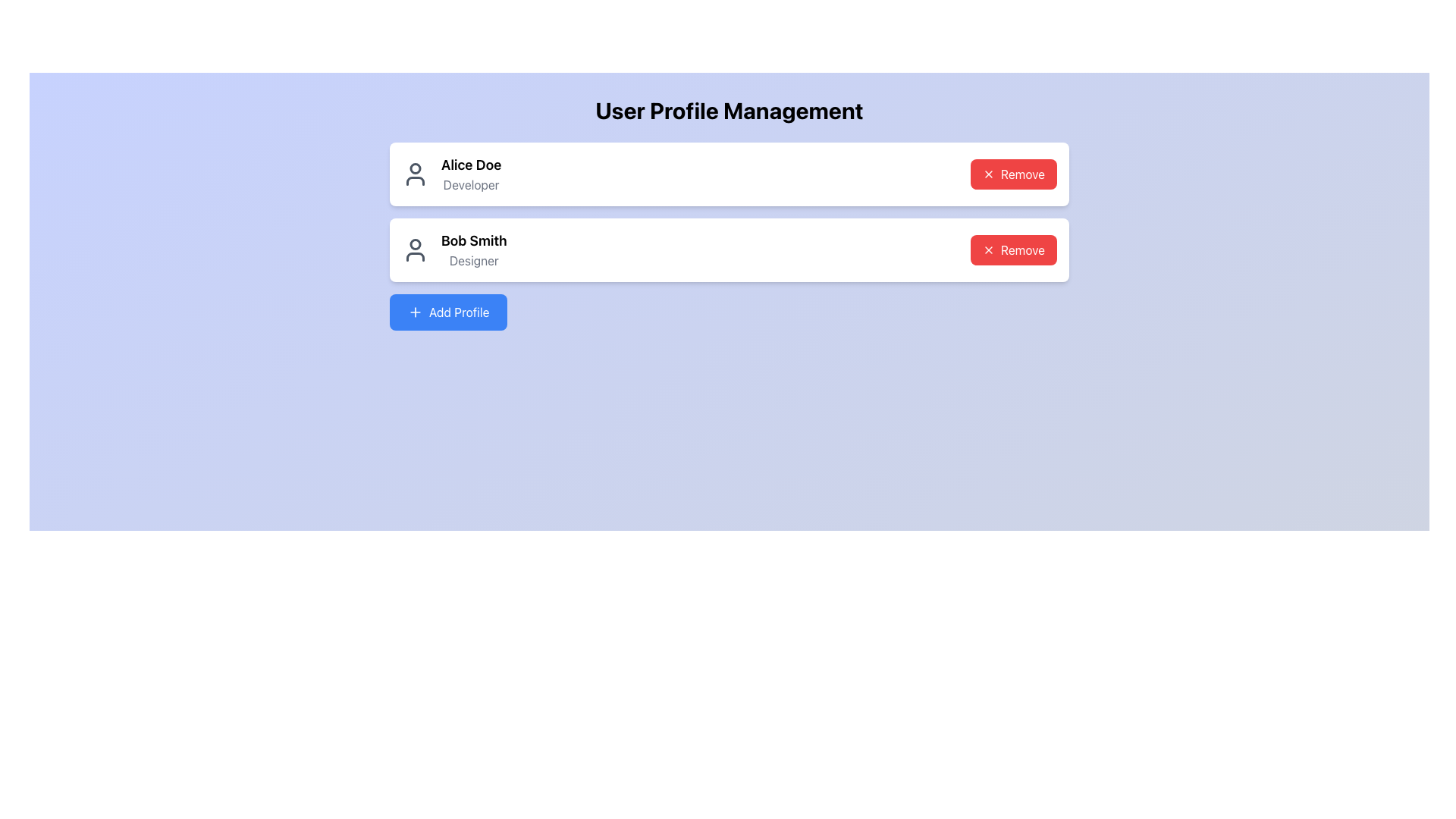 Image resolution: width=1456 pixels, height=819 pixels. What do you see at coordinates (1022, 249) in the screenshot?
I see `the 'Remove' button for the second listed user profile` at bounding box center [1022, 249].